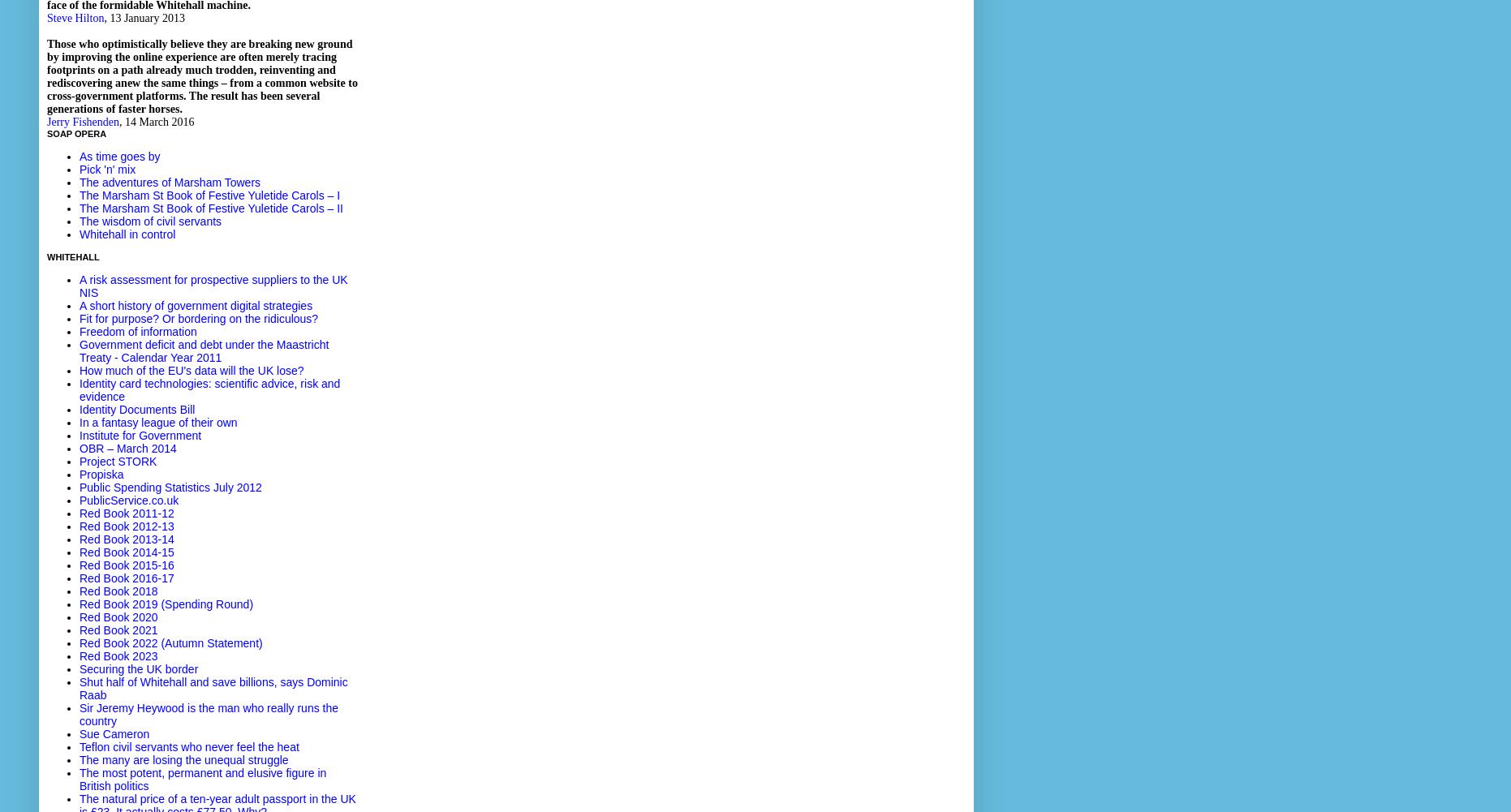  Describe the element at coordinates (149, 220) in the screenshot. I see `'The wisdom of civil servants'` at that location.